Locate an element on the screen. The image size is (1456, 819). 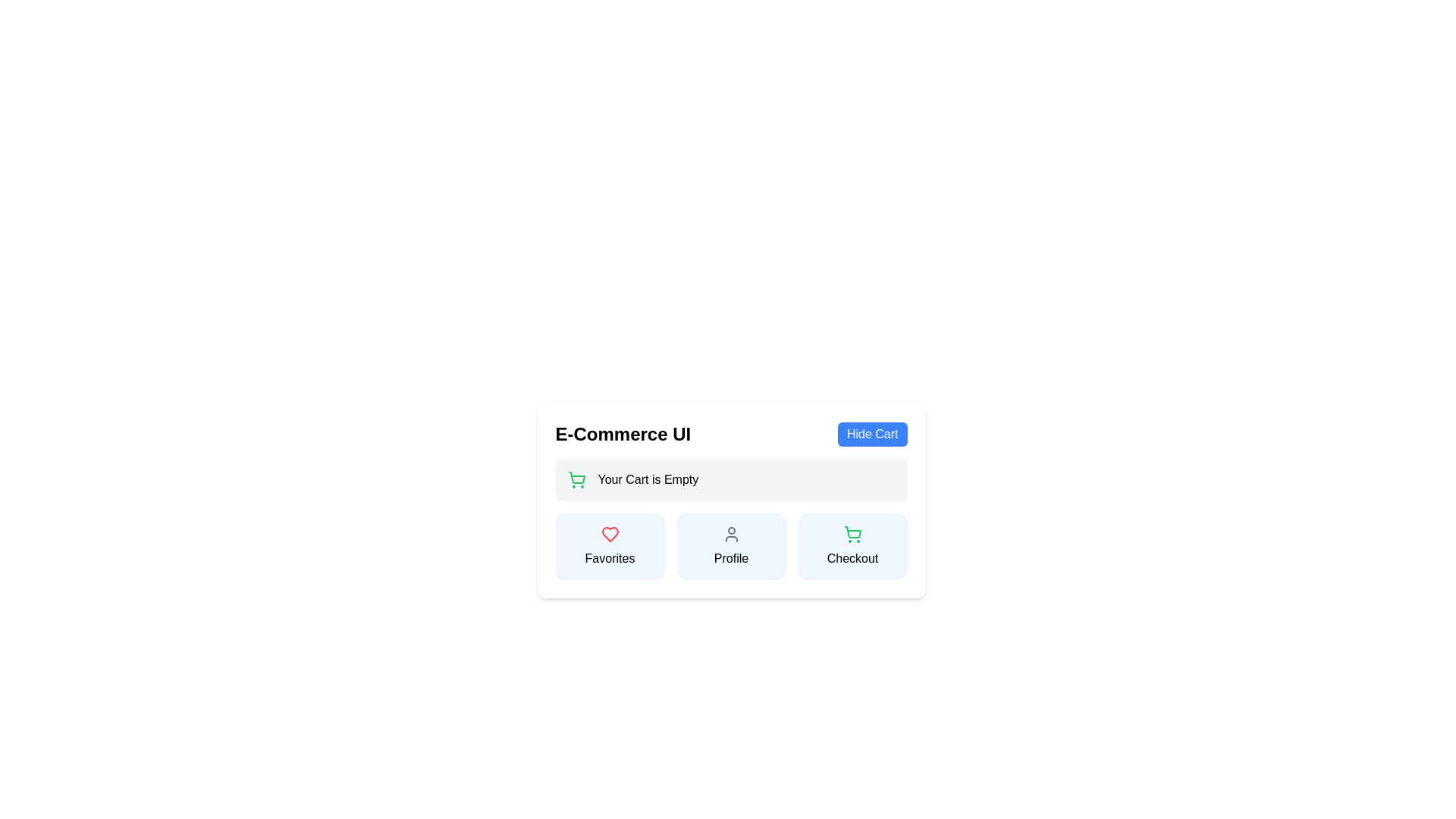
red heart-shaped icon representing the 'Favorites' function, which is centrally located above the 'Favorites' text label in the bottom-left corner of the interface is located at coordinates (610, 534).